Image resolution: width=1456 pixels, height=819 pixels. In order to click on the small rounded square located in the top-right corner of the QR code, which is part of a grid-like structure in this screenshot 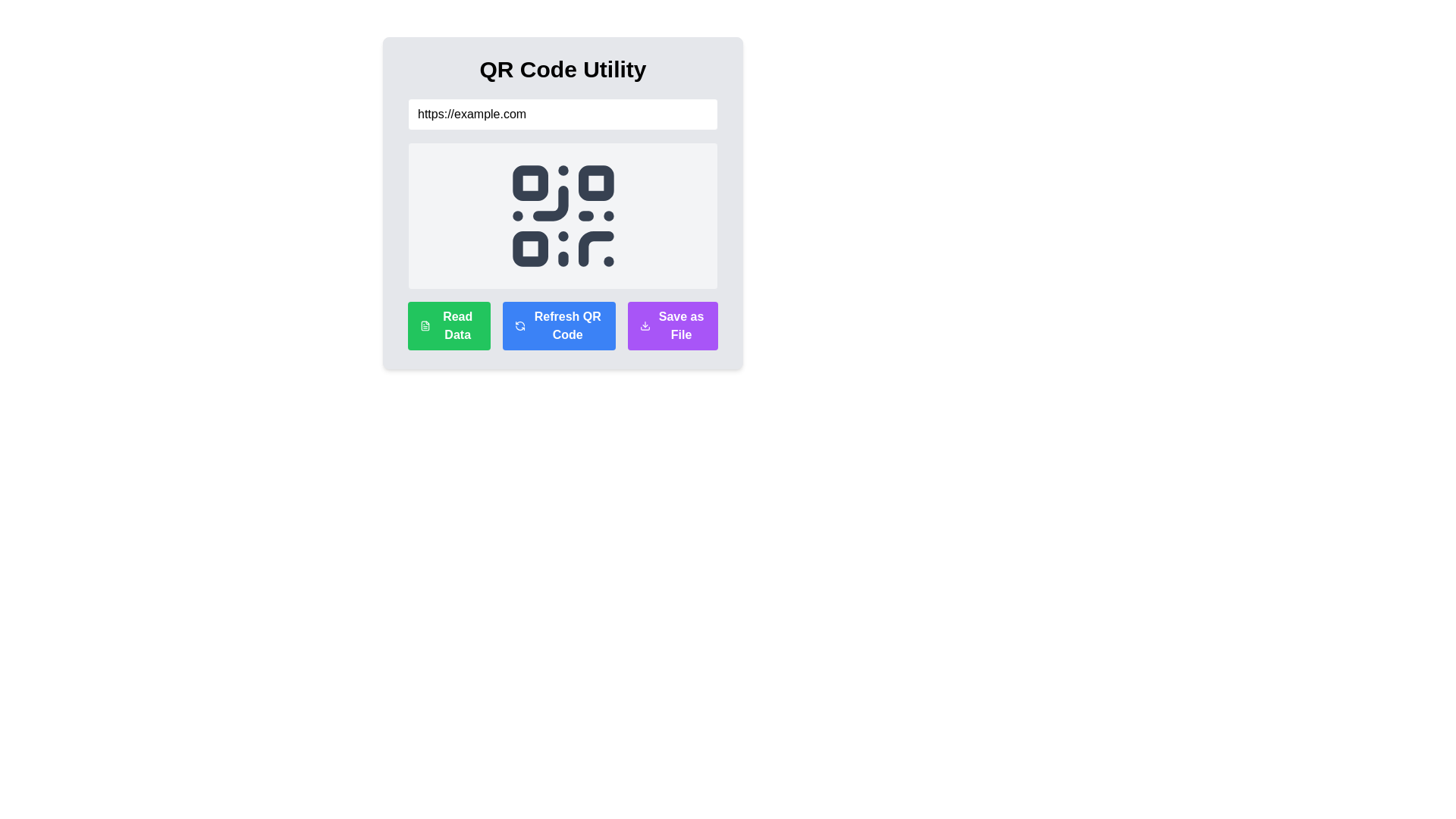, I will do `click(595, 182)`.